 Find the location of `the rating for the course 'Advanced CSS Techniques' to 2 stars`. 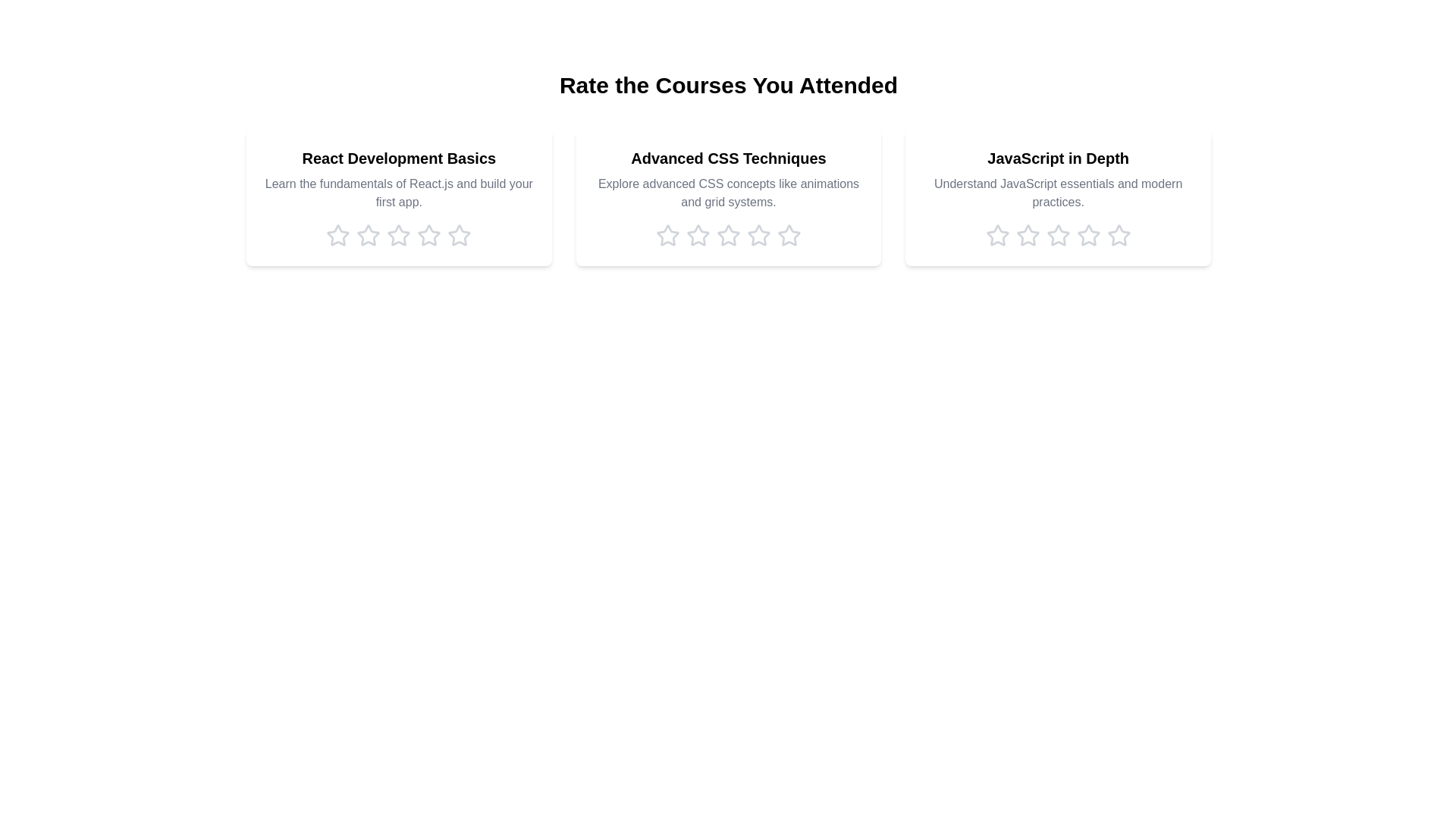

the rating for the course 'Advanced CSS Techniques' to 2 stars is located at coordinates (698, 236).